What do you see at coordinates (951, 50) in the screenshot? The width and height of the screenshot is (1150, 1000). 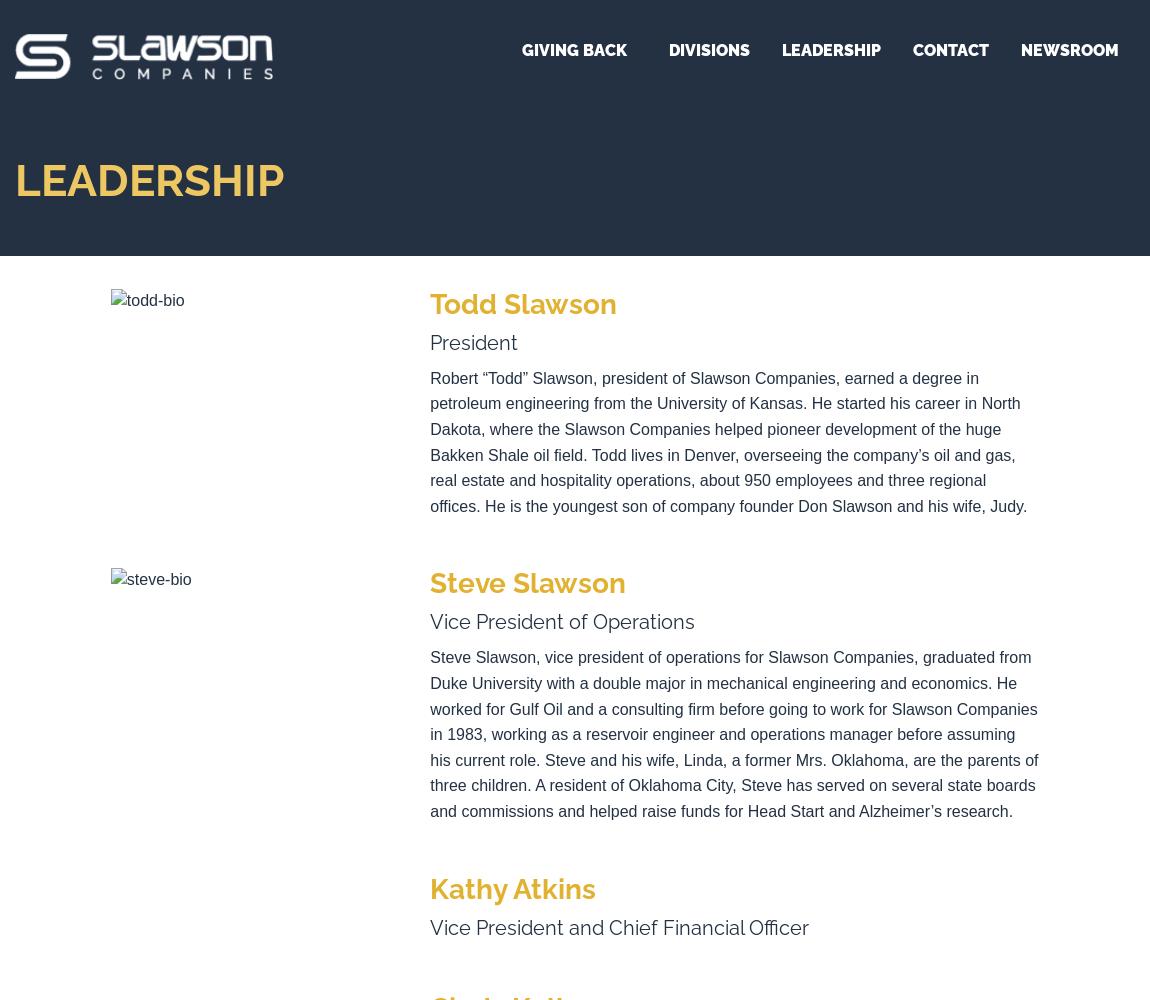 I see `'CONTACT'` at bounding box center [951, 50].